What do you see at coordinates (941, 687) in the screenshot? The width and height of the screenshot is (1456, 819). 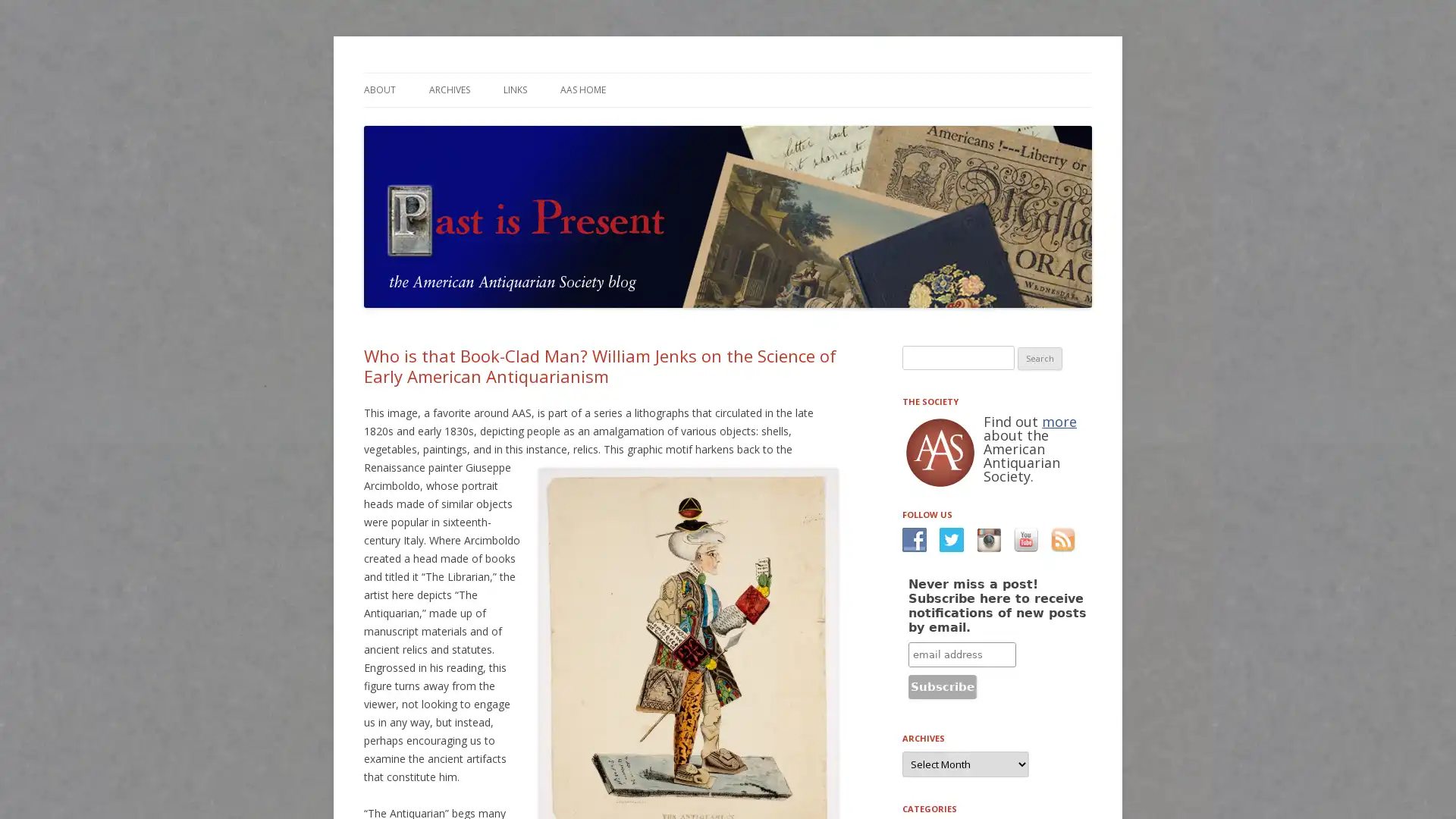 I see `Subscribe` at bounding box center [941, 687].